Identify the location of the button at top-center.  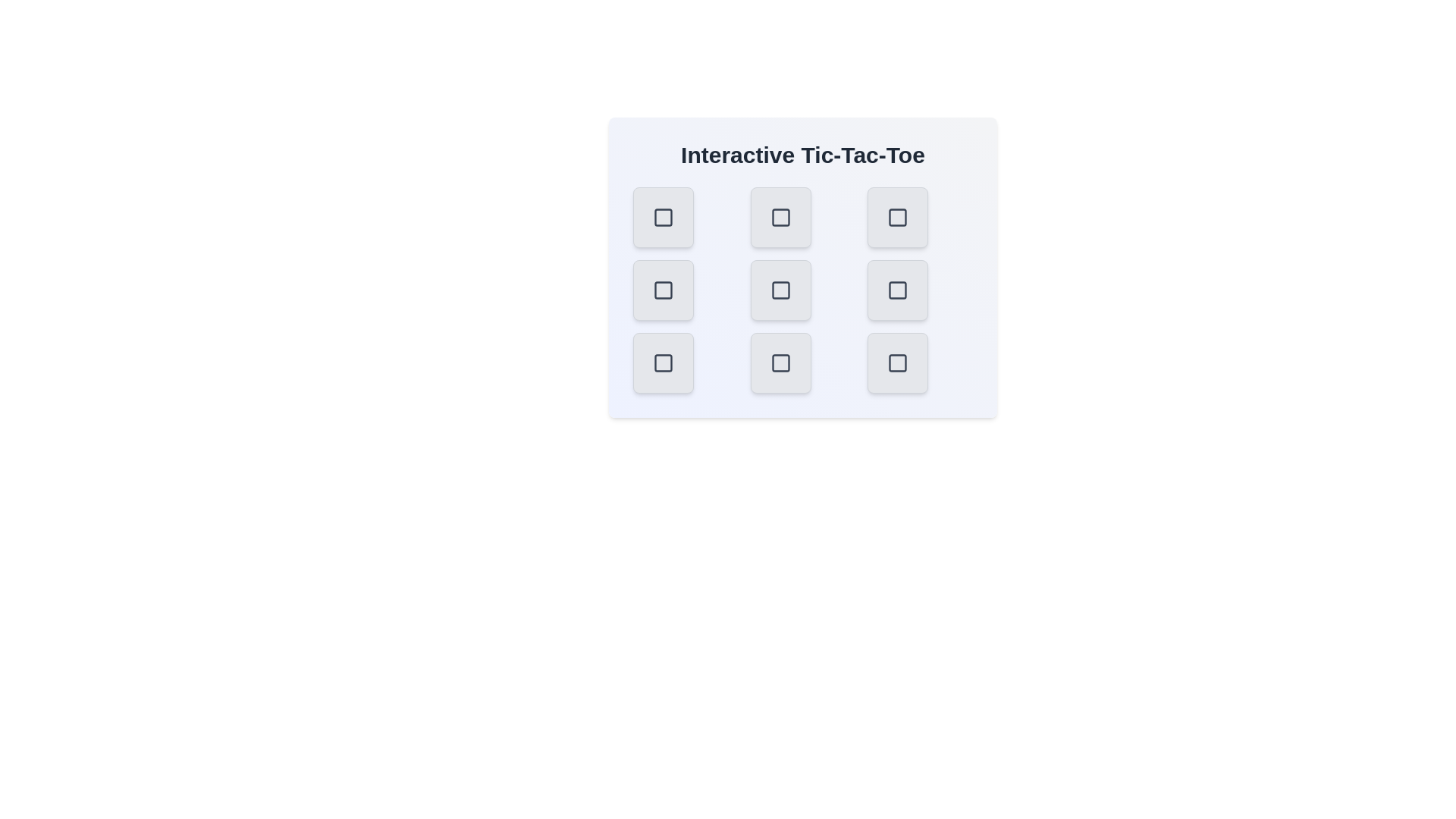
(780, 217).